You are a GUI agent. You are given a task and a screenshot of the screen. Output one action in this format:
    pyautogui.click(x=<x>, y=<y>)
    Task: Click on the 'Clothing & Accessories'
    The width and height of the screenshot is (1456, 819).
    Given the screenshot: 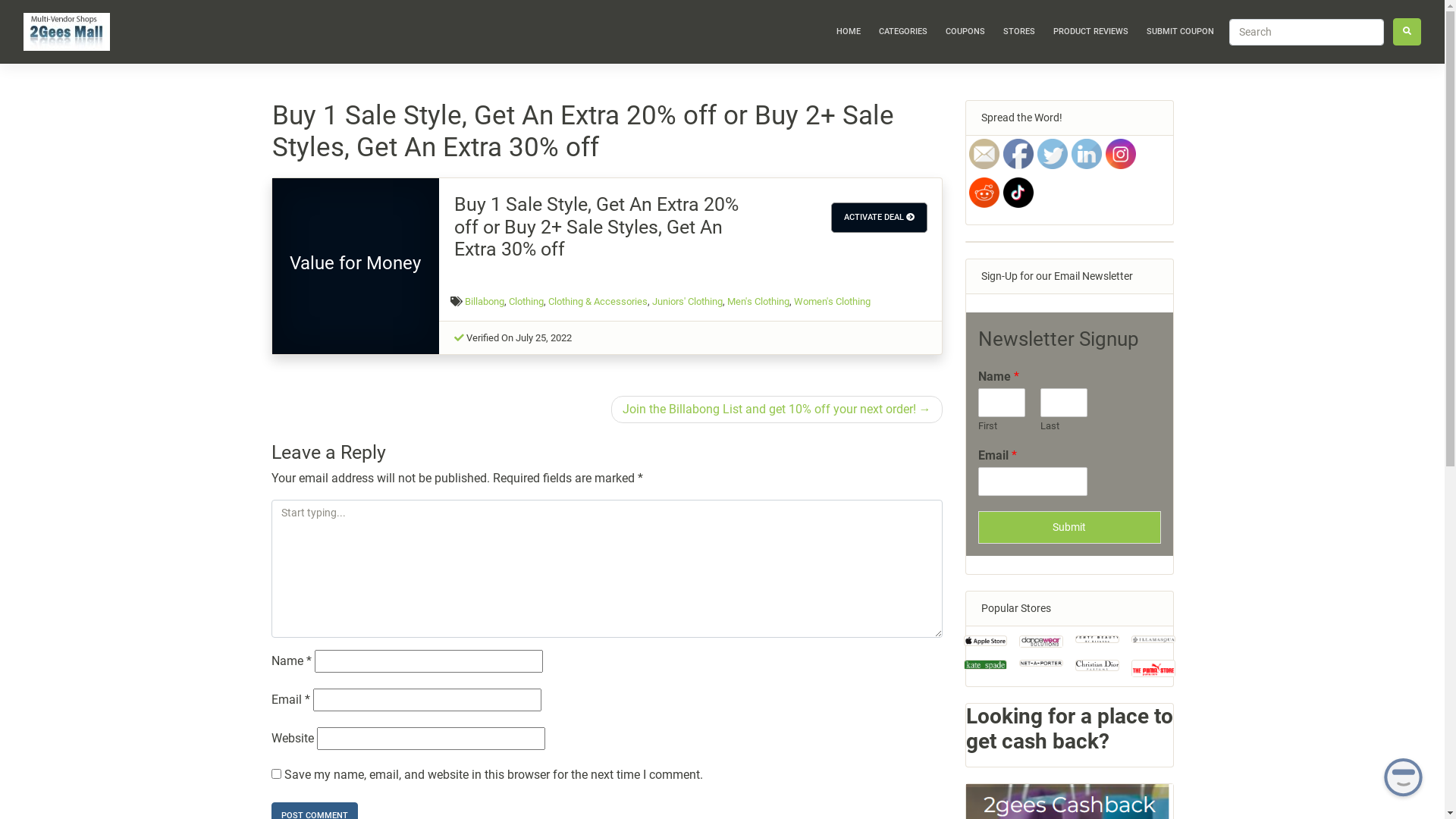 What is the action you would take?
    pyautogui.click(x=597, y=301)
    